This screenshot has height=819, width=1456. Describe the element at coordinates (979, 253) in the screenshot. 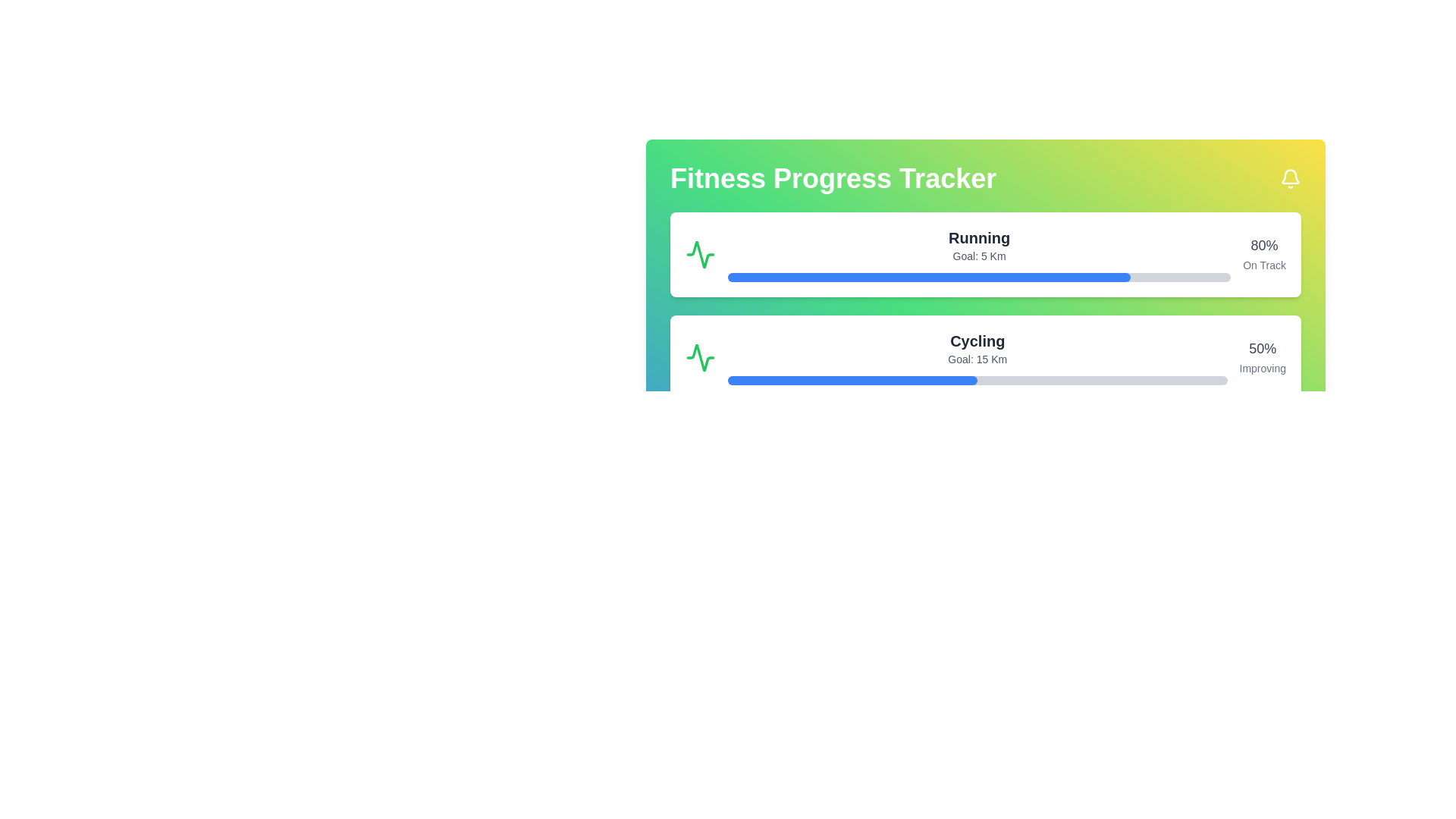

I see `the text label displaying 'RunningGoal: 5 Km', which is located in the upper section of the first card in the interface, positioned to the right of a green activity icon and above a blue progress bar` at that location.